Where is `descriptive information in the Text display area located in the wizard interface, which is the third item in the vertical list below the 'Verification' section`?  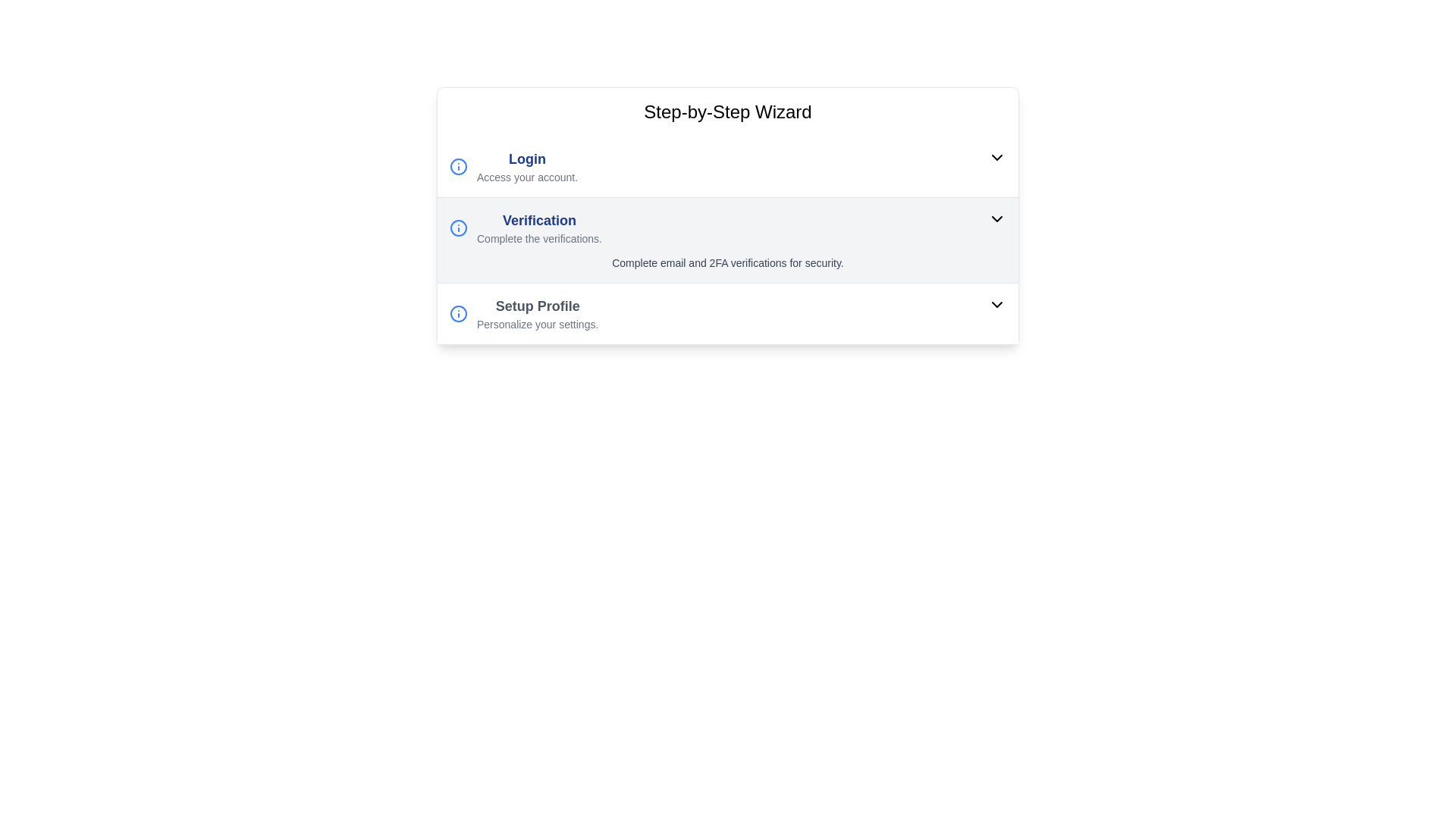
descriptive information in the Text display area located in the wizard interface, which is the third item in the vertical list below the 'Verification' section is located at coordinates (538, 312).